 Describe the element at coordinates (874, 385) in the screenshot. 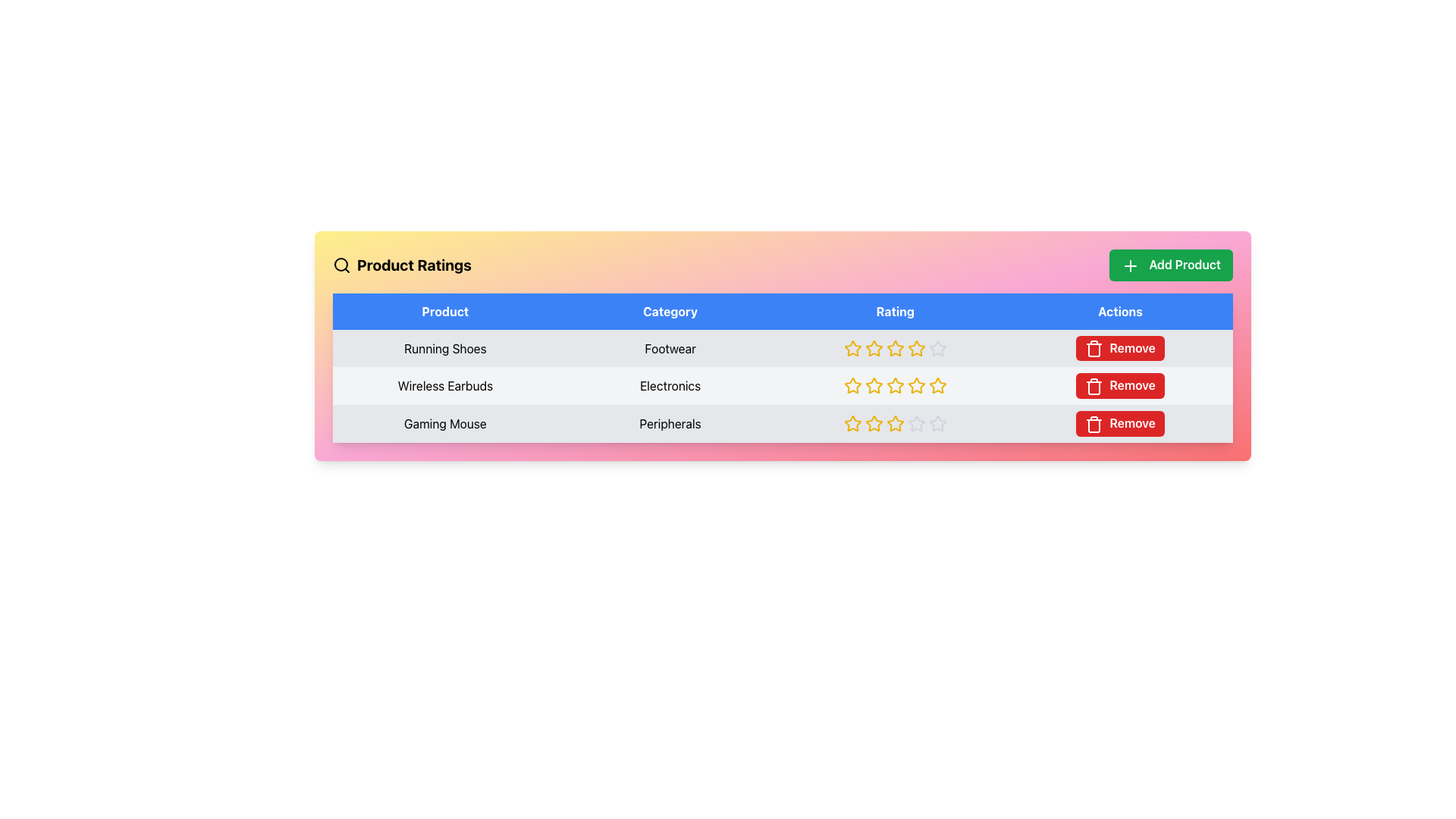

I see `the yellow star icon in the 'Rating' column for the 'Wireless Earbuds' product` at that location.